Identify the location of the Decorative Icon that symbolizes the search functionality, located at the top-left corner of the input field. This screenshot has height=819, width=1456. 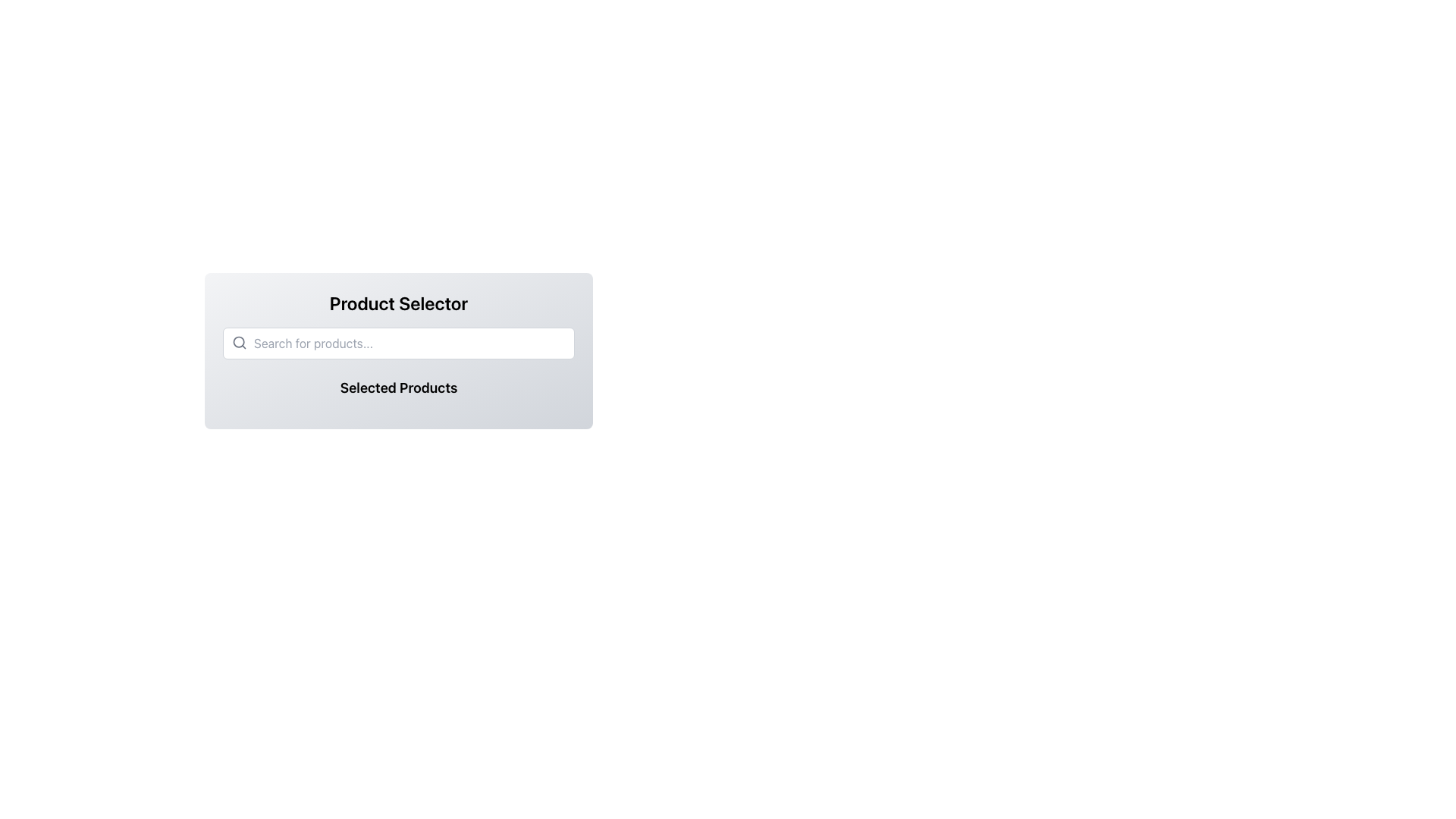
(239, 342).